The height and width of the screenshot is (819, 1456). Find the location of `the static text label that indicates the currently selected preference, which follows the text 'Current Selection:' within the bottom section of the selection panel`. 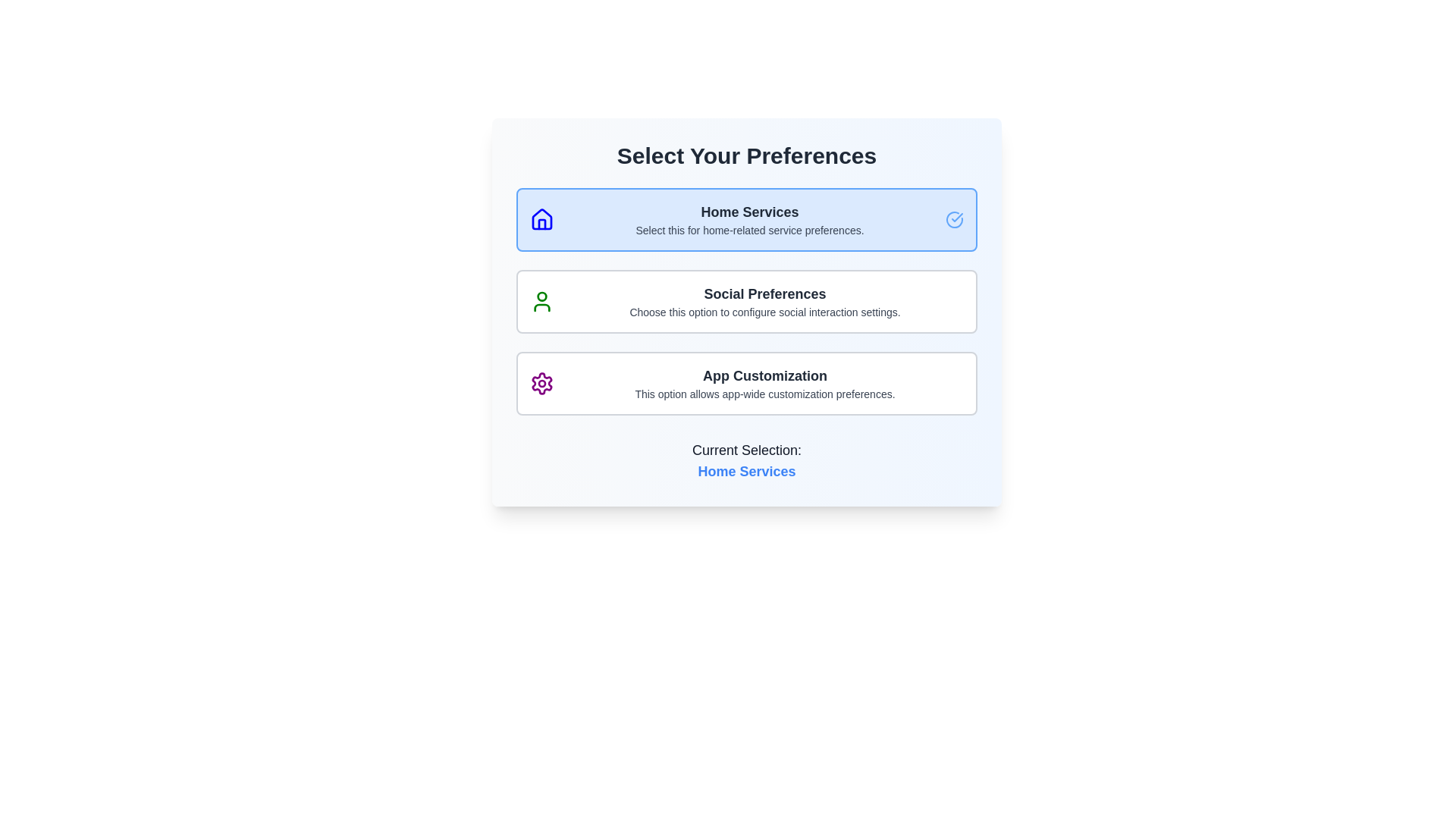

the static text label that indicates the currently selected preference, which follows the text 'Current Selection:' within the bottom section of the selection panel is located at coordinates (746, 470).